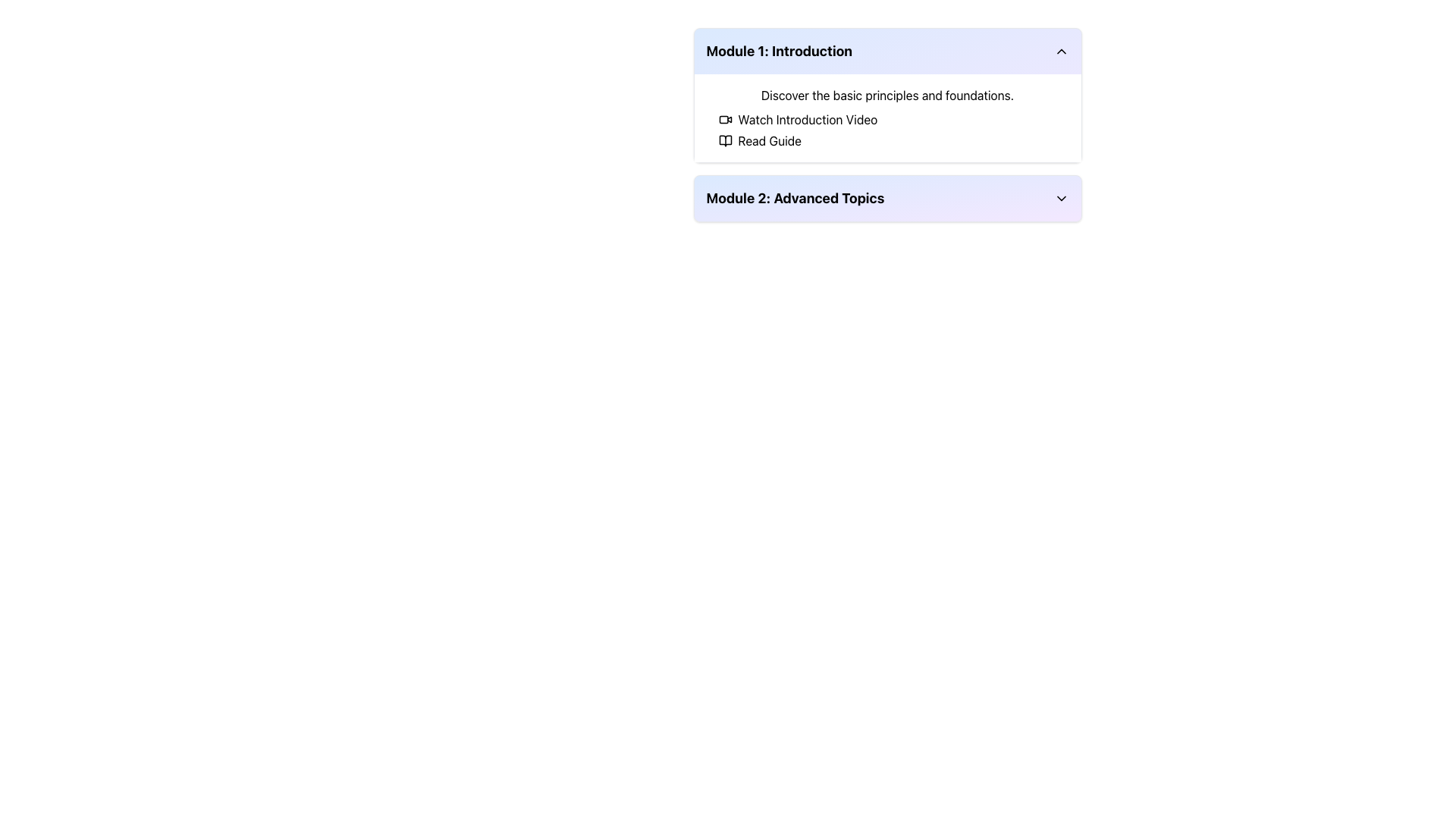 The height and width of the screenshot is (819, 1456). I want to click on the chevron icon located in the top-right corner of the 'Module 2: Advanced Topics' header, so click(1060, 198).